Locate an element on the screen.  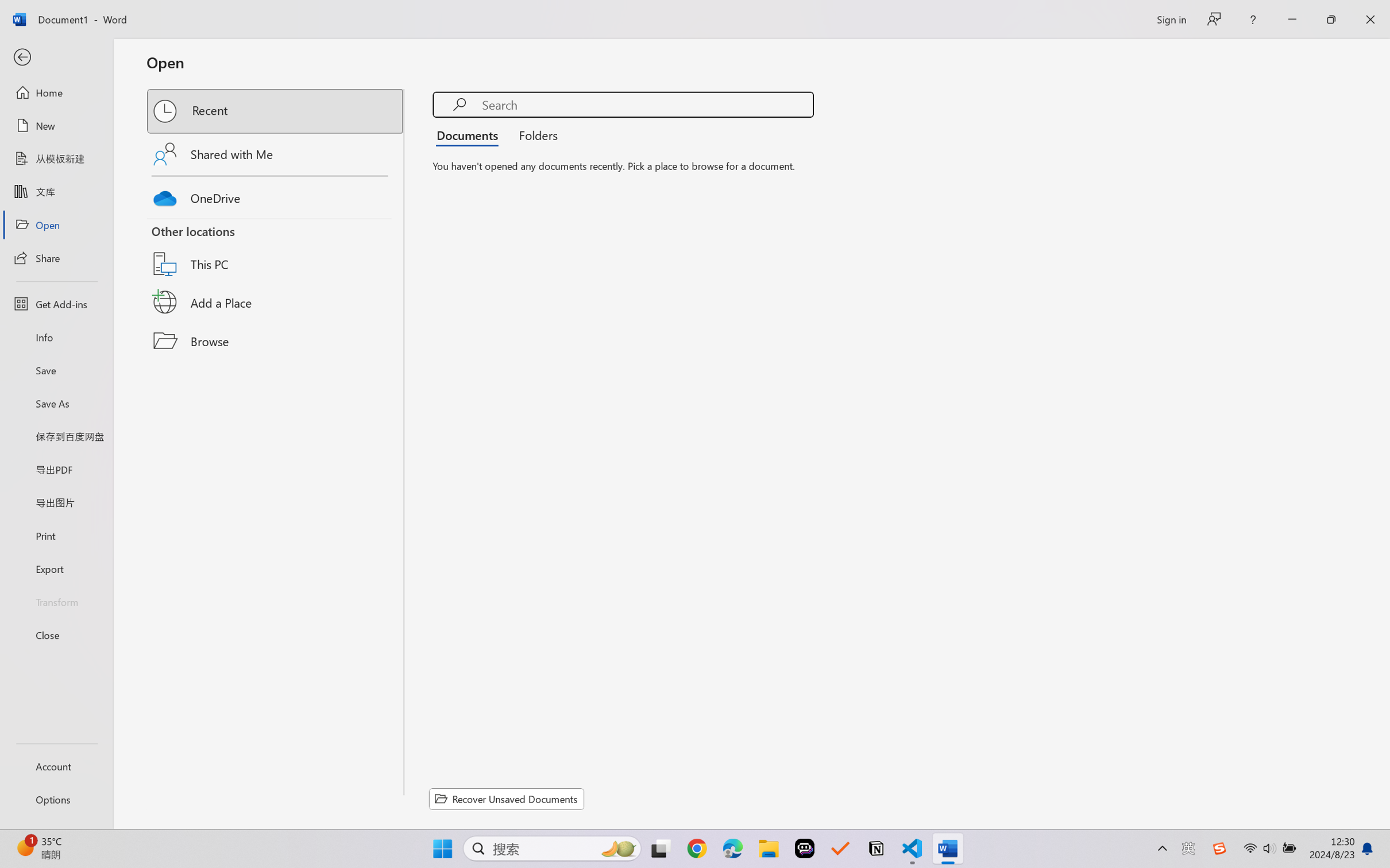
'Browse' is located at coordinates (276, 340).